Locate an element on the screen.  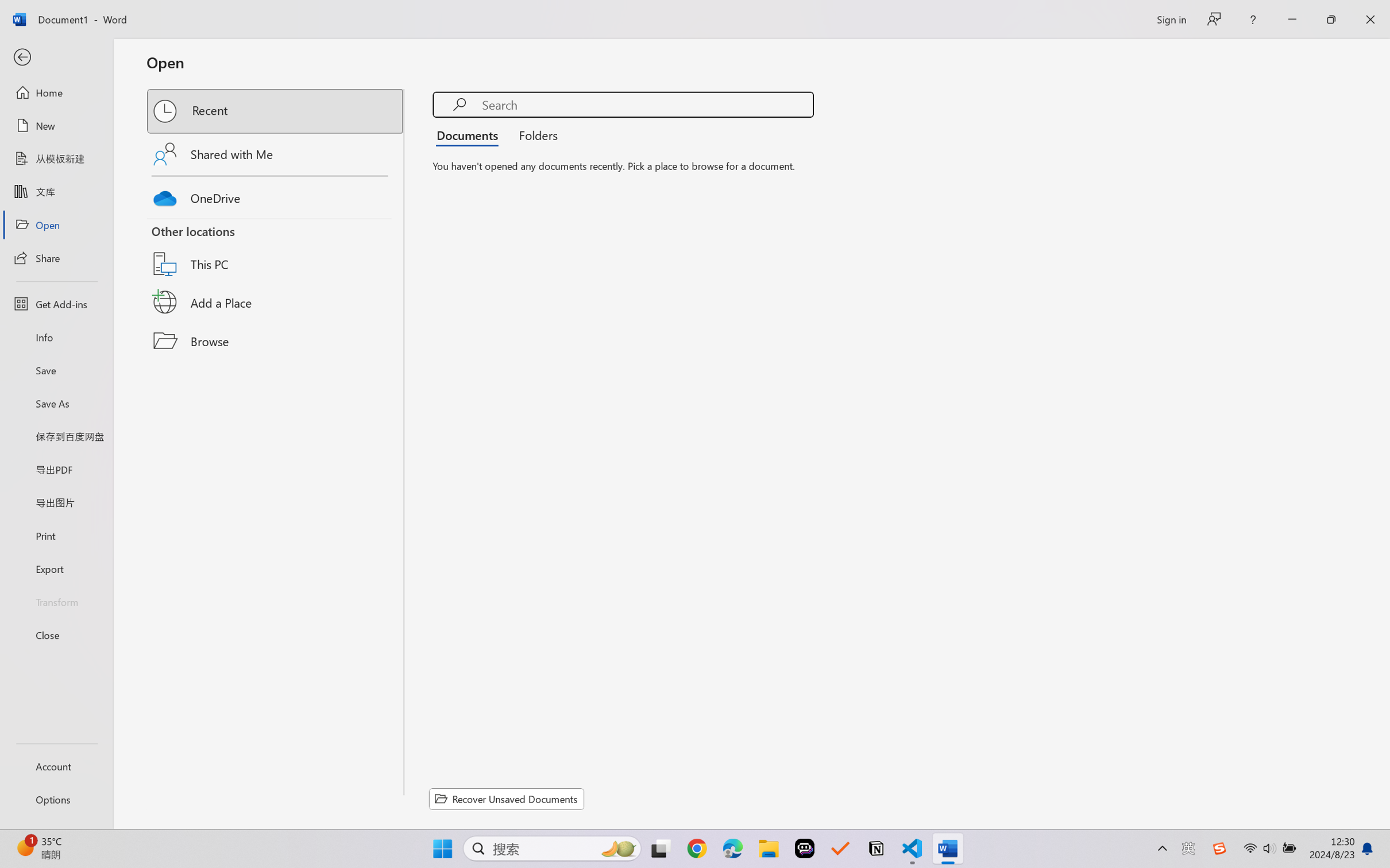
'Browse' is located at coordinates (276, 340).